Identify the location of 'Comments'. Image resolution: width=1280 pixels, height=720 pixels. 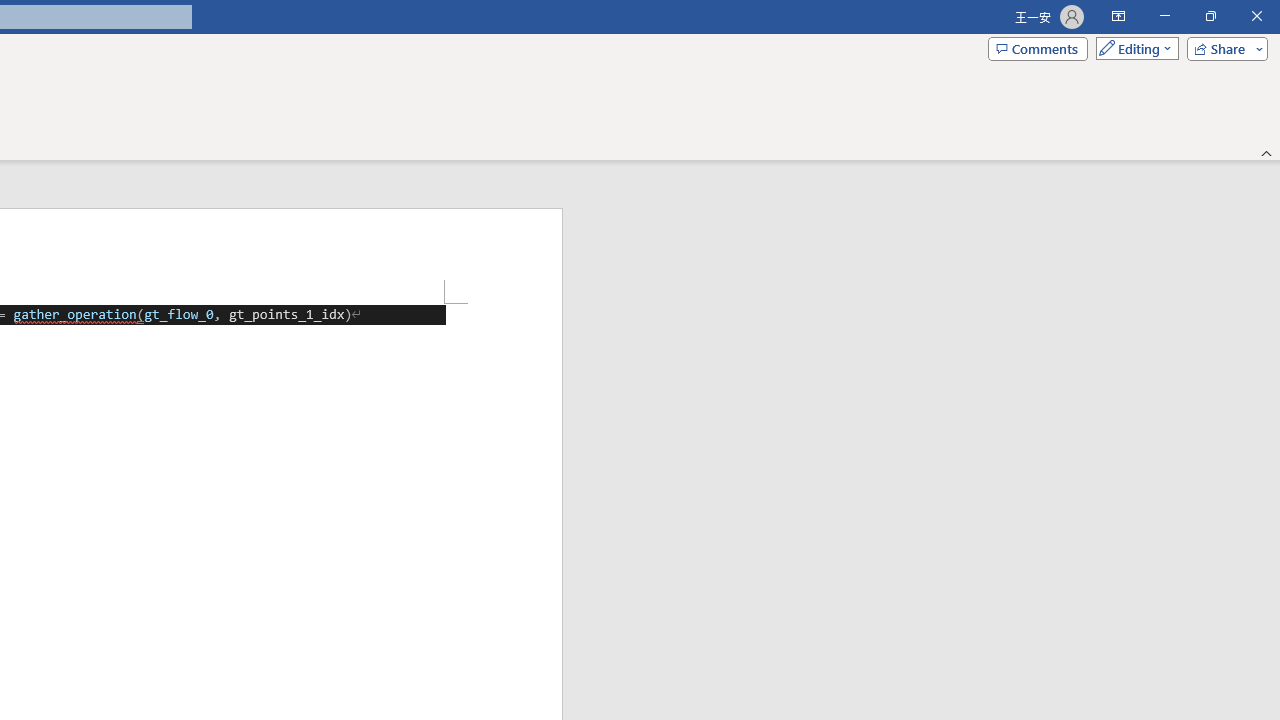
(1038, 47).